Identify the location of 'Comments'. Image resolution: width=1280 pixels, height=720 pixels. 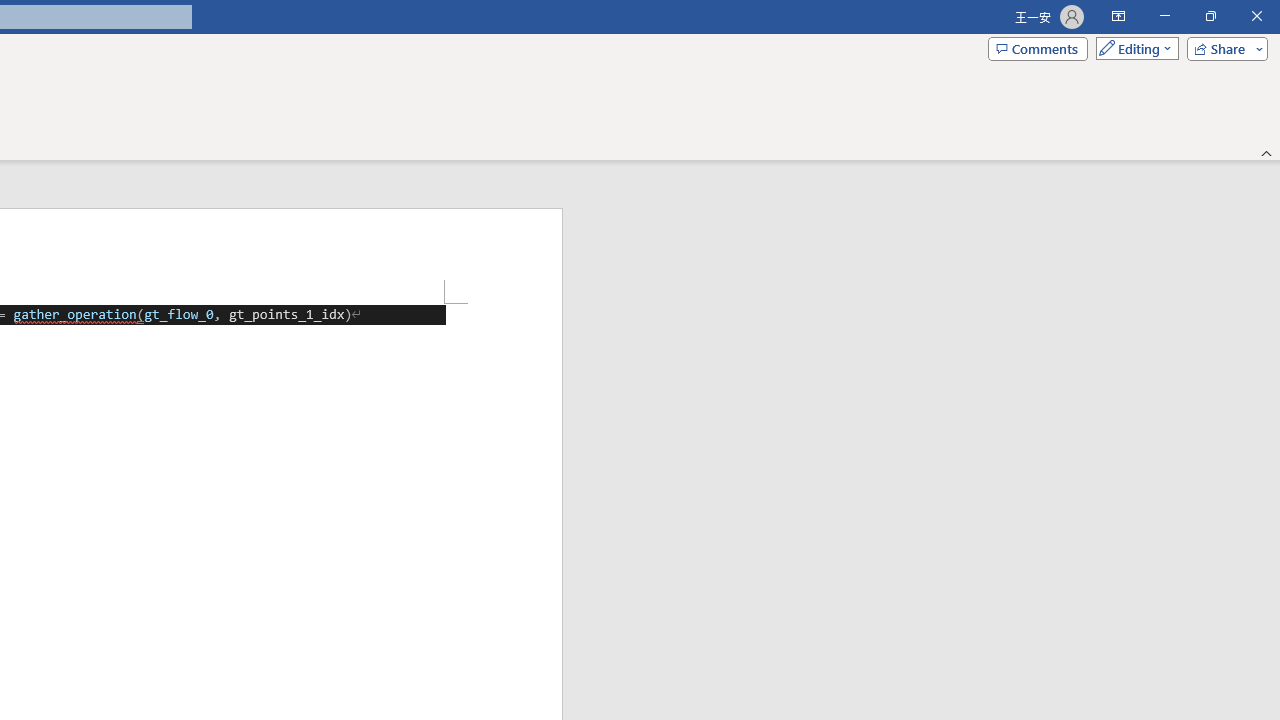
(1038, 47).